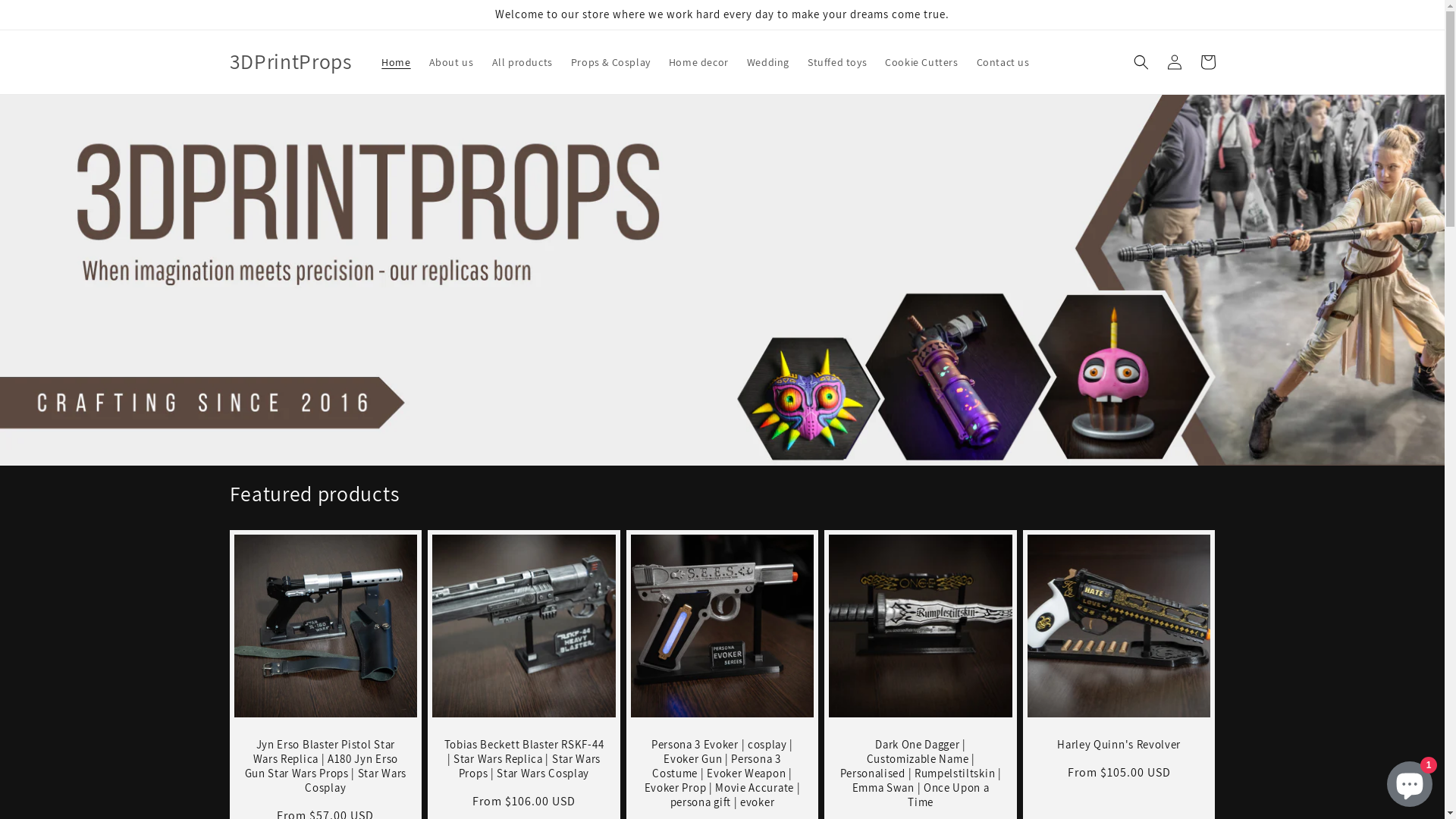  I want to click on 'Cookie Cutters', so click(920, 61).